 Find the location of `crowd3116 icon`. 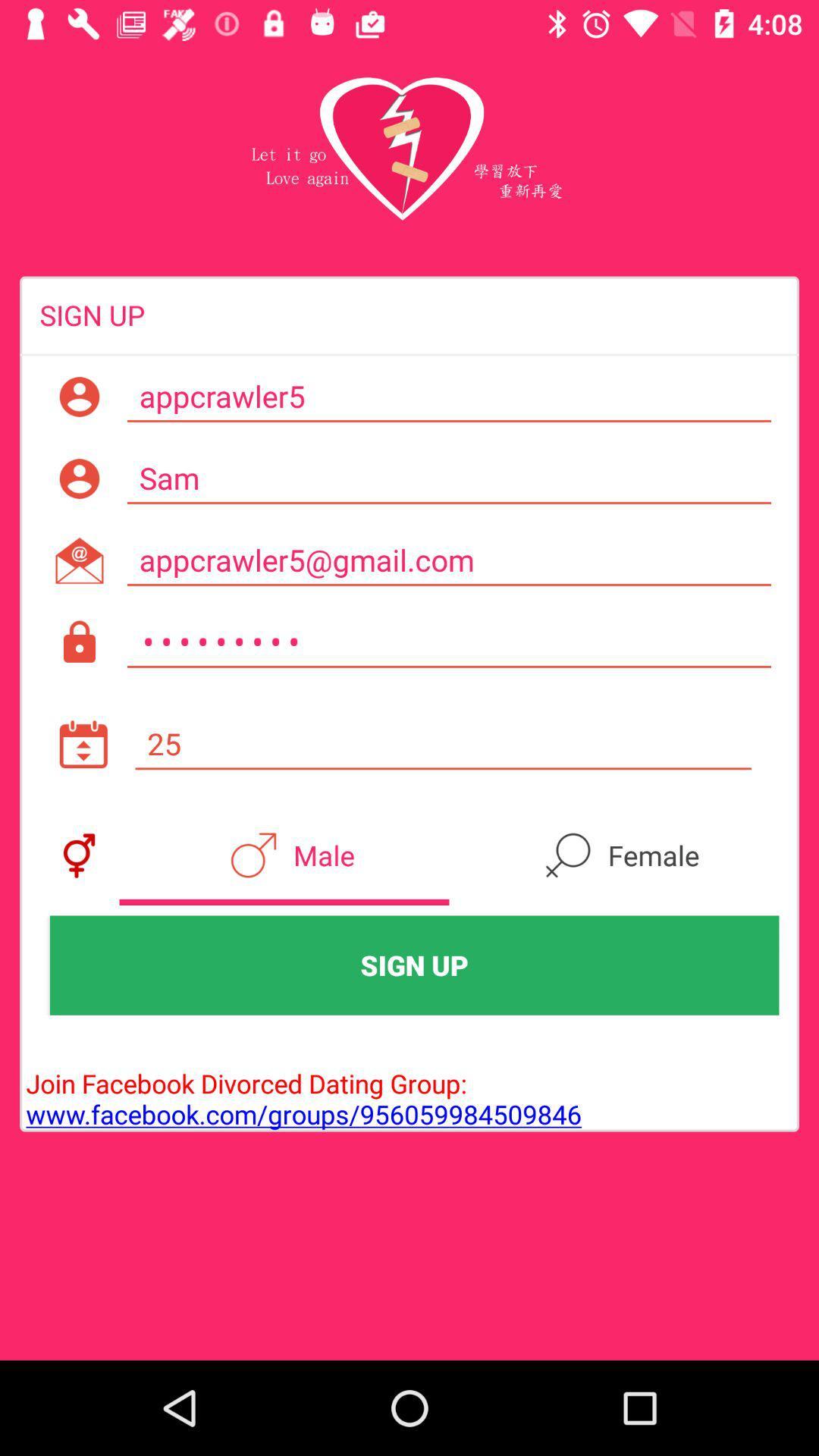

crowd3116 icon is located at coordinates (448, 642).